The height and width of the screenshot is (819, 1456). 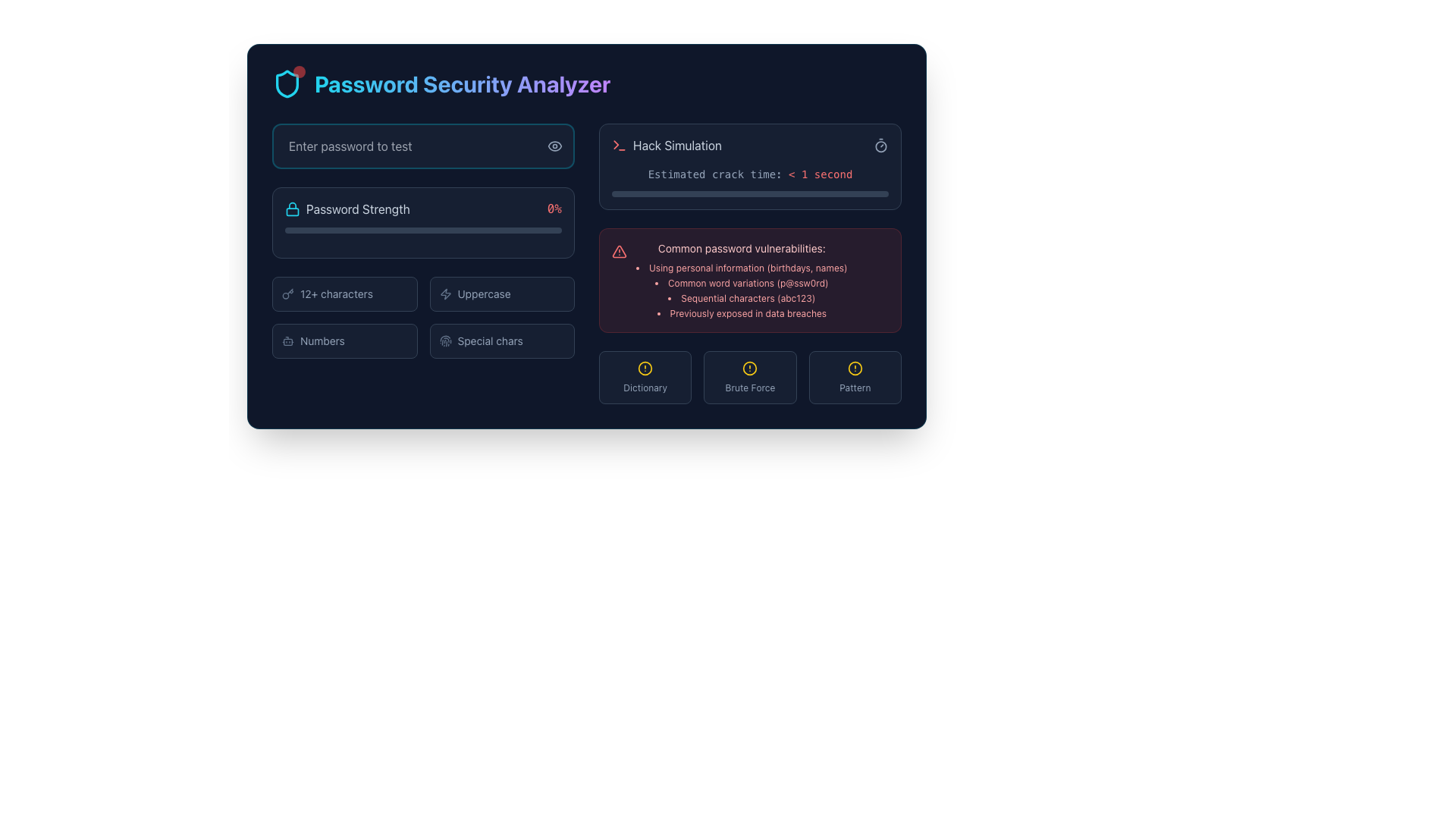 What do you see at coordinates (502, 341) in the screenshot?
I see `the 'Special chars' button, which is a rectangular button with a fingerprint icon located in the 'Password Security Analyzer' section, below the 'Uppercase' button and to the right of the 'Numbers' button` at bounding box center [502, 341].